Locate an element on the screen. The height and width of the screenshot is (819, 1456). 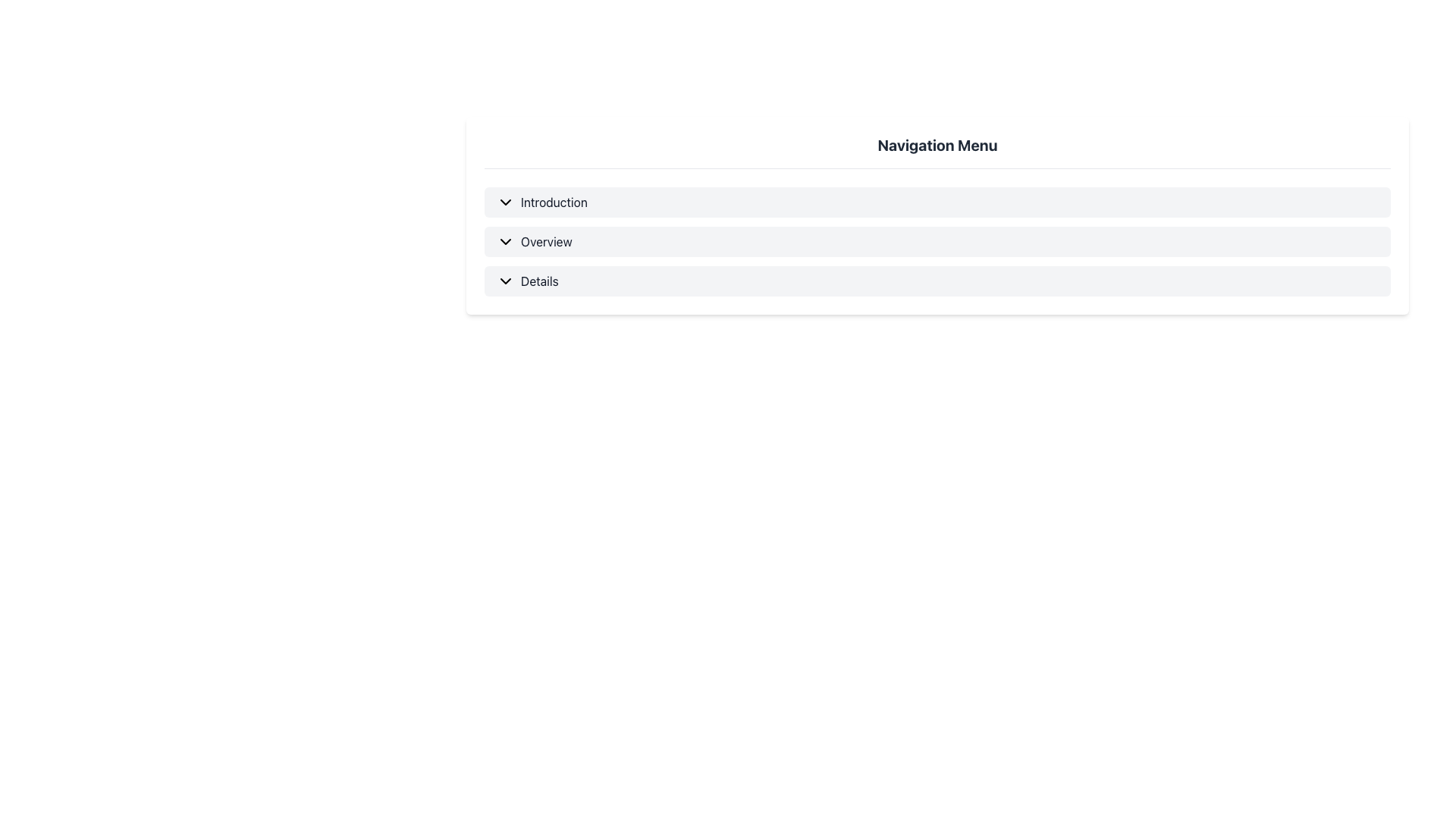
the third label hyperlink in the vertical navigation menu is located at coordinates (539, 281).